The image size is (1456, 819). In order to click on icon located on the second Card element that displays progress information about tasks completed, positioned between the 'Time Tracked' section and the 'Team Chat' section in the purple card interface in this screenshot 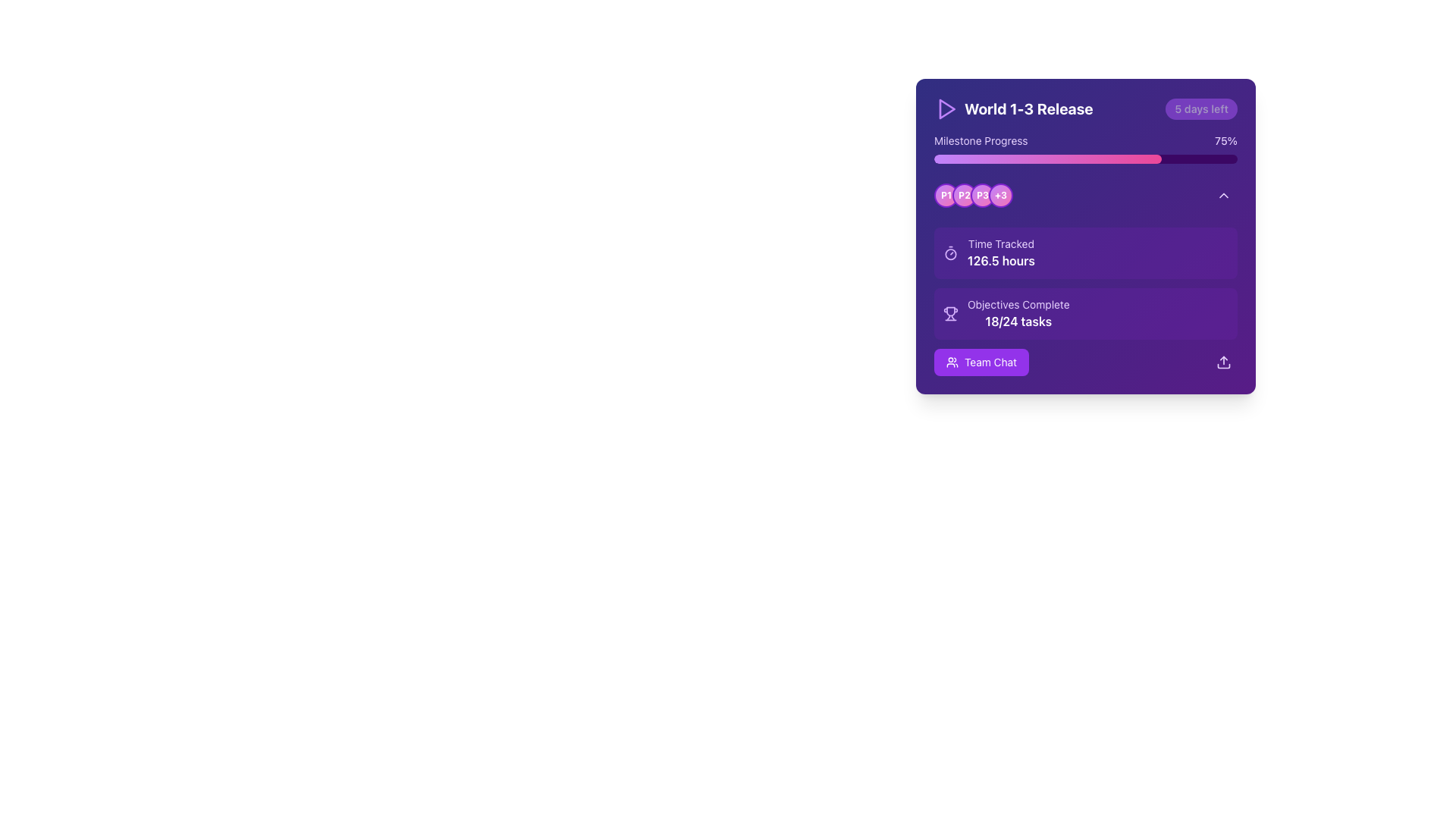, I will do `click(1084, 312)`.